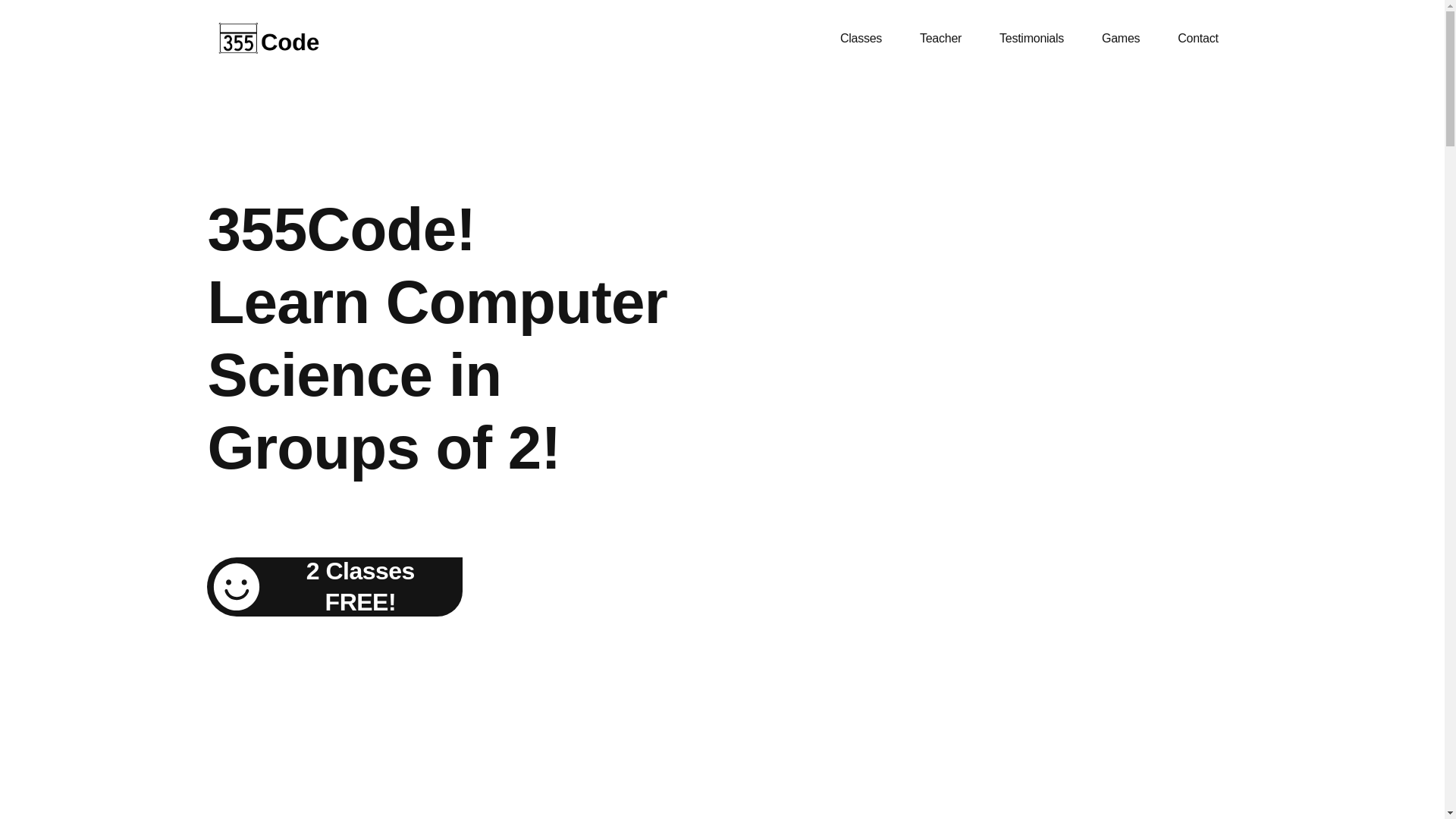  I want to click on 'Games', so click(1082, 37).